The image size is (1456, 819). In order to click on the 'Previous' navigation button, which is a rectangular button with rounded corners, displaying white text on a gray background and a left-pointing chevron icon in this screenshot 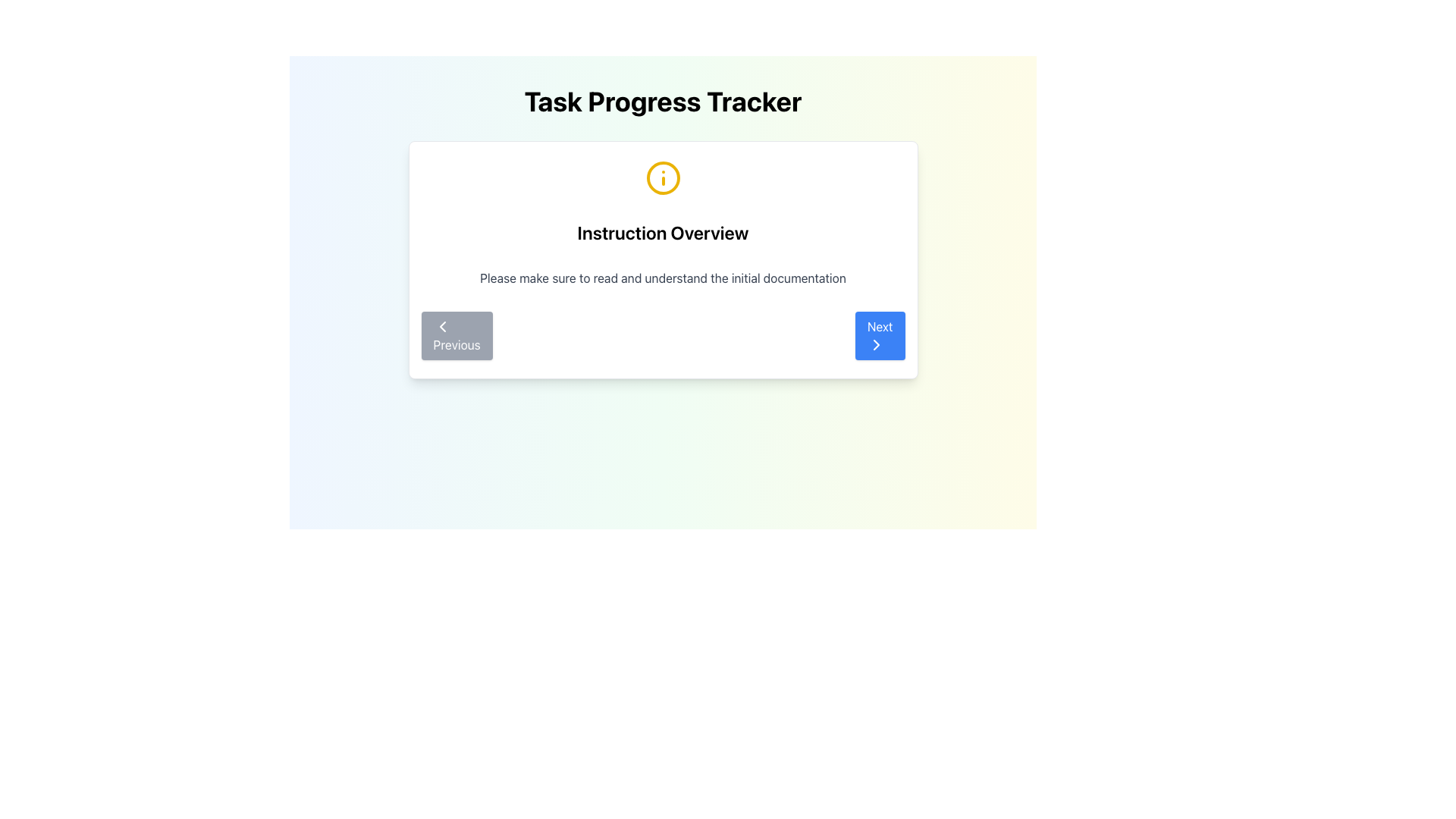, I will do `click(456, 335)`.